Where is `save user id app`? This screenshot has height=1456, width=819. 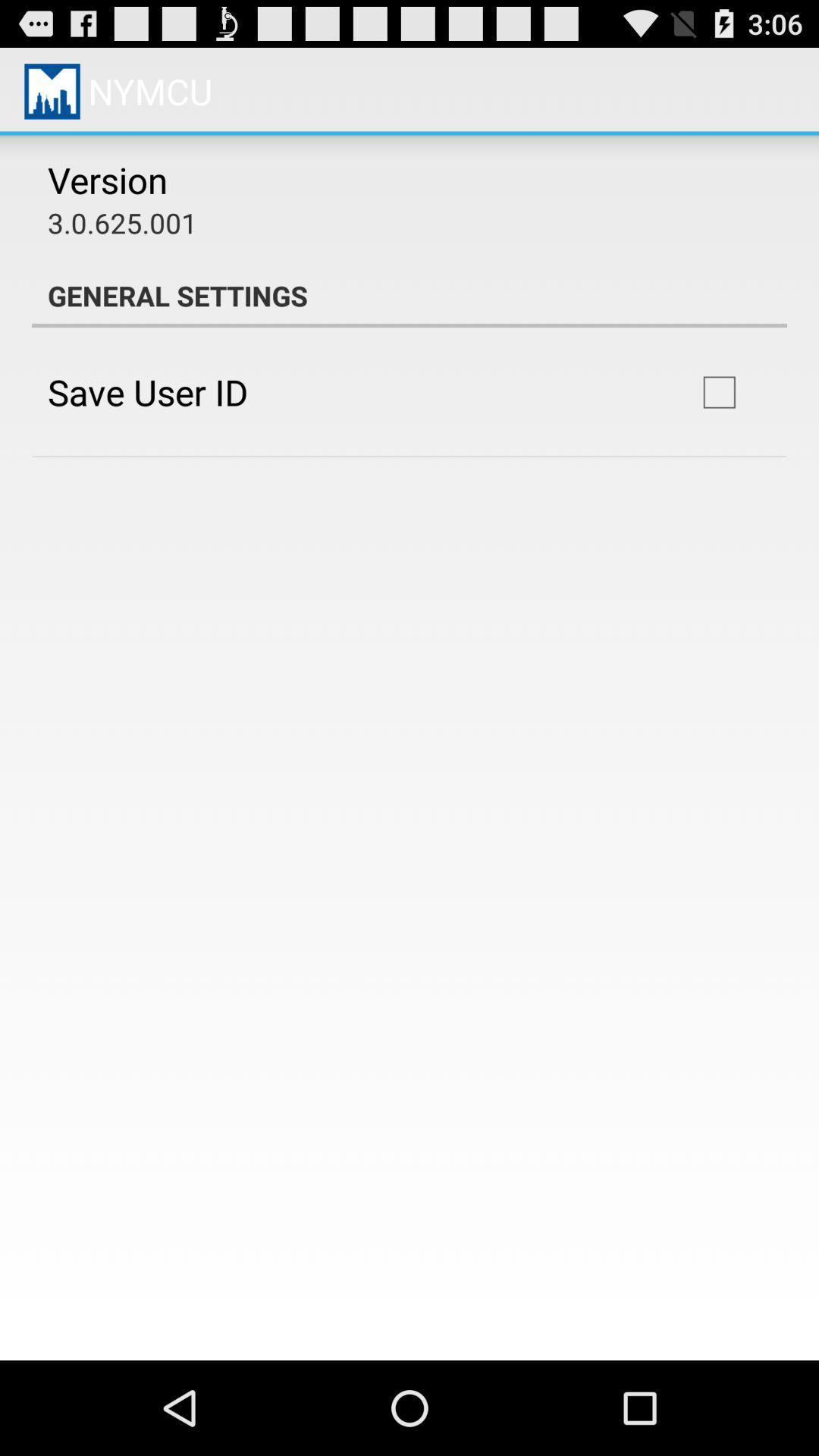
save user id app is located at coordinates (148, 392).